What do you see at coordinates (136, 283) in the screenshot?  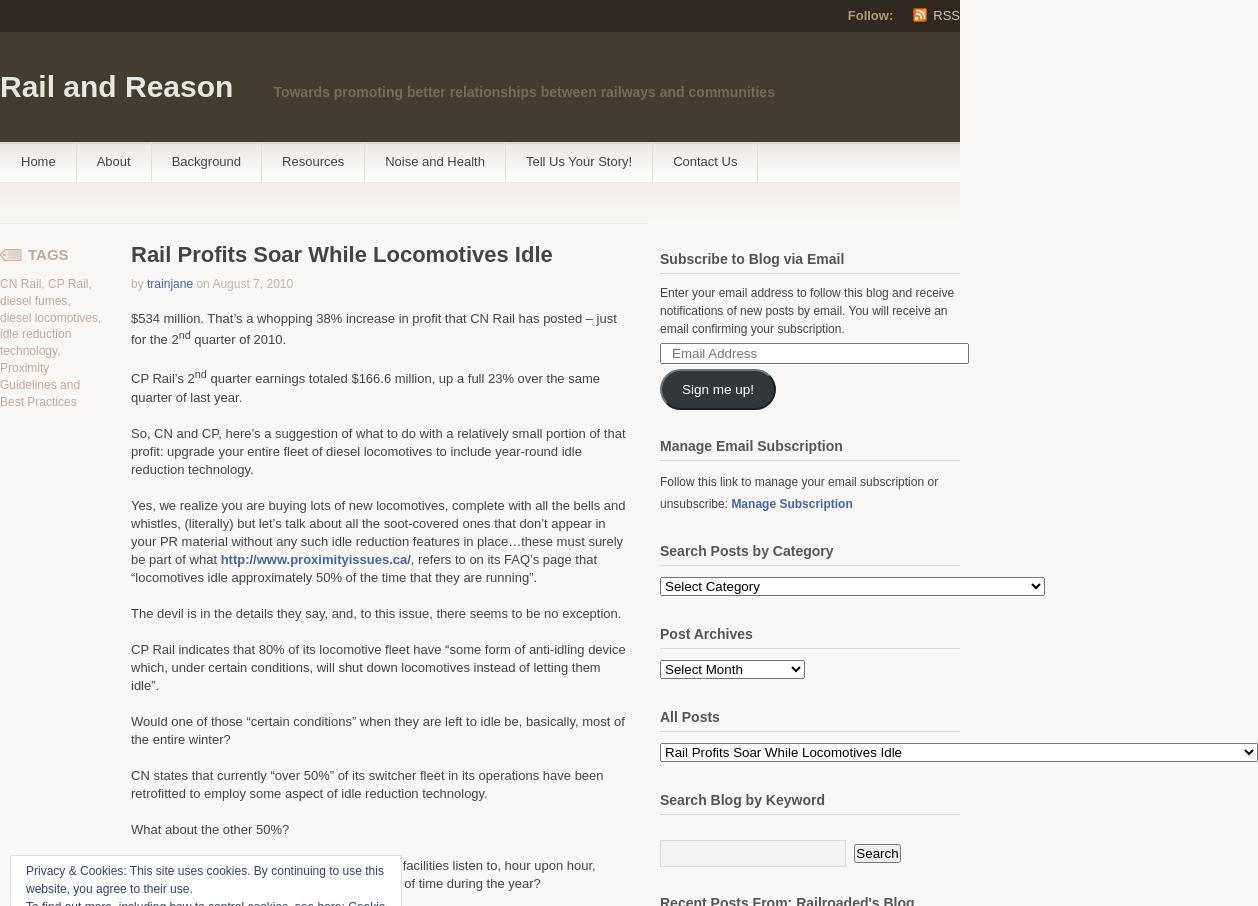 I see `'by'` at bounding box center [136, 283].